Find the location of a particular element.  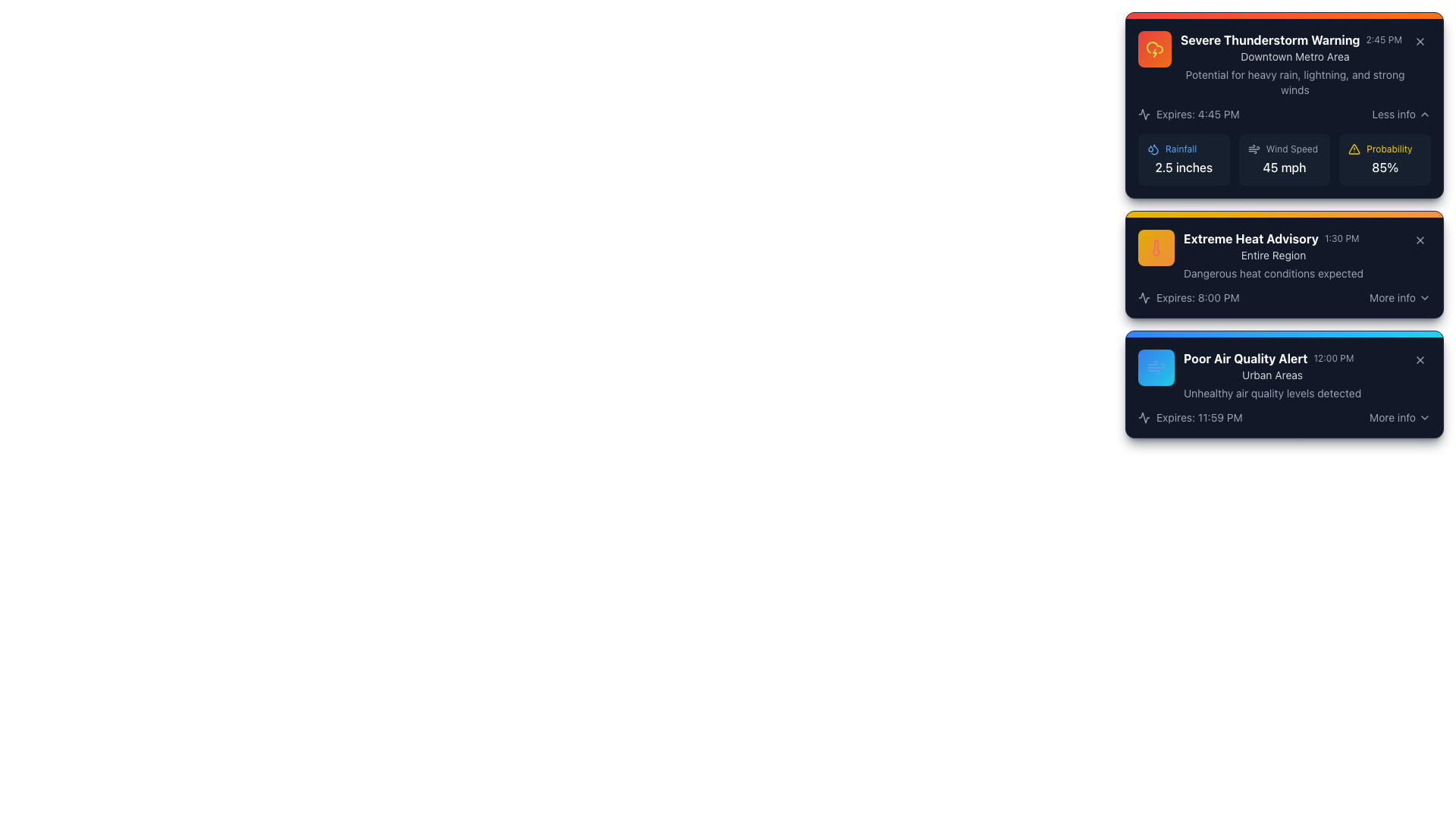

the cloud-shaped icon with a lightning bolt embedded in it, which is yellow in color and located next to the heading 'Severe Thunderstorm Warning' in the top card of the stacked interface is located at coordinates (1153, 46).